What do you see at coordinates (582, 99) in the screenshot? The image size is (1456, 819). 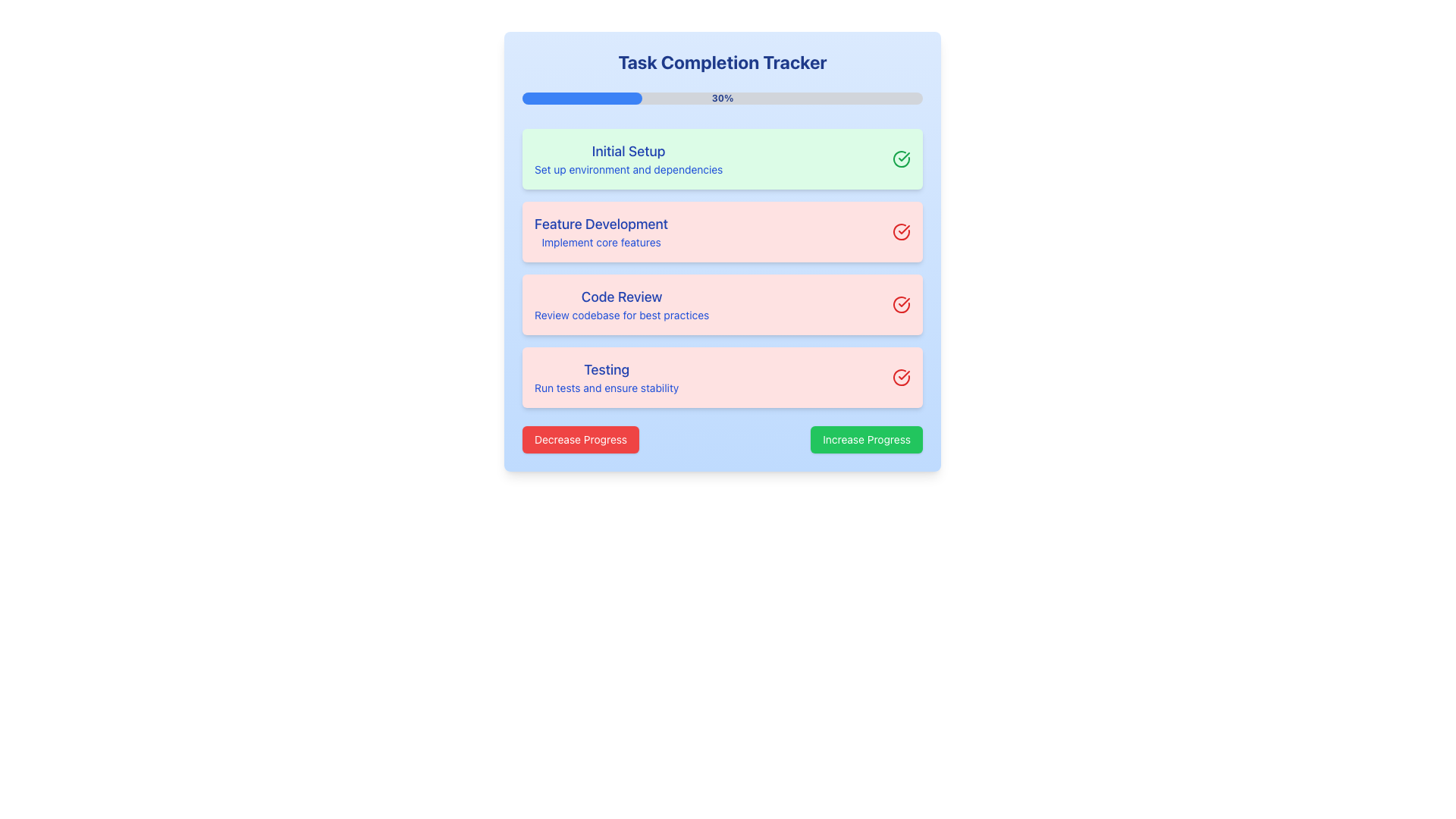 I see `the Progress Bar located beneath the 'Task Completion Tracker' heading, which visually represents the current progress of tasks being tracked` at bounding box center [582, 99].